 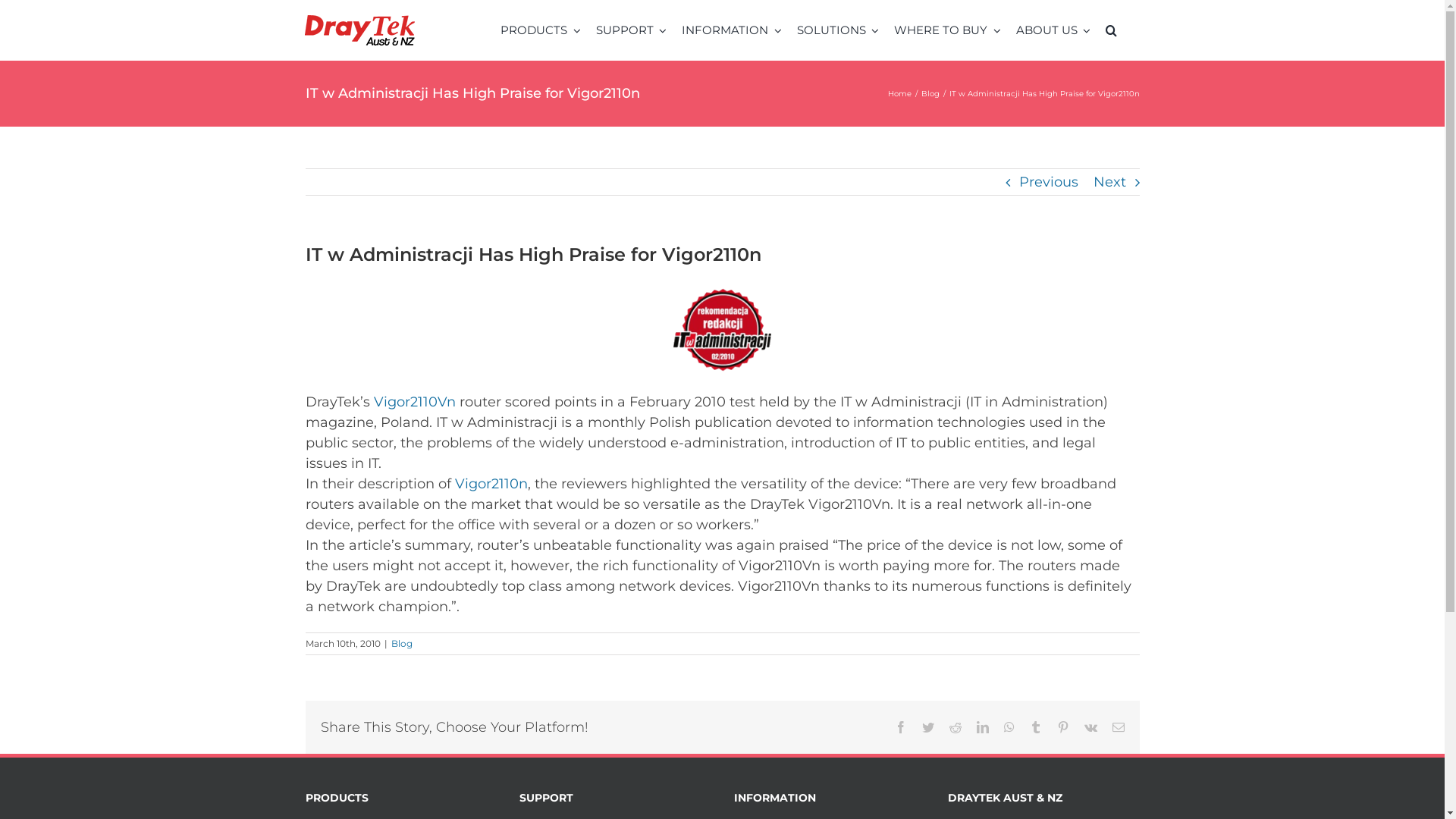 What do you see at coordinates (673, 30) in the screenshot?
I see `'INFORMATION'` at bounding box center [673, 30].